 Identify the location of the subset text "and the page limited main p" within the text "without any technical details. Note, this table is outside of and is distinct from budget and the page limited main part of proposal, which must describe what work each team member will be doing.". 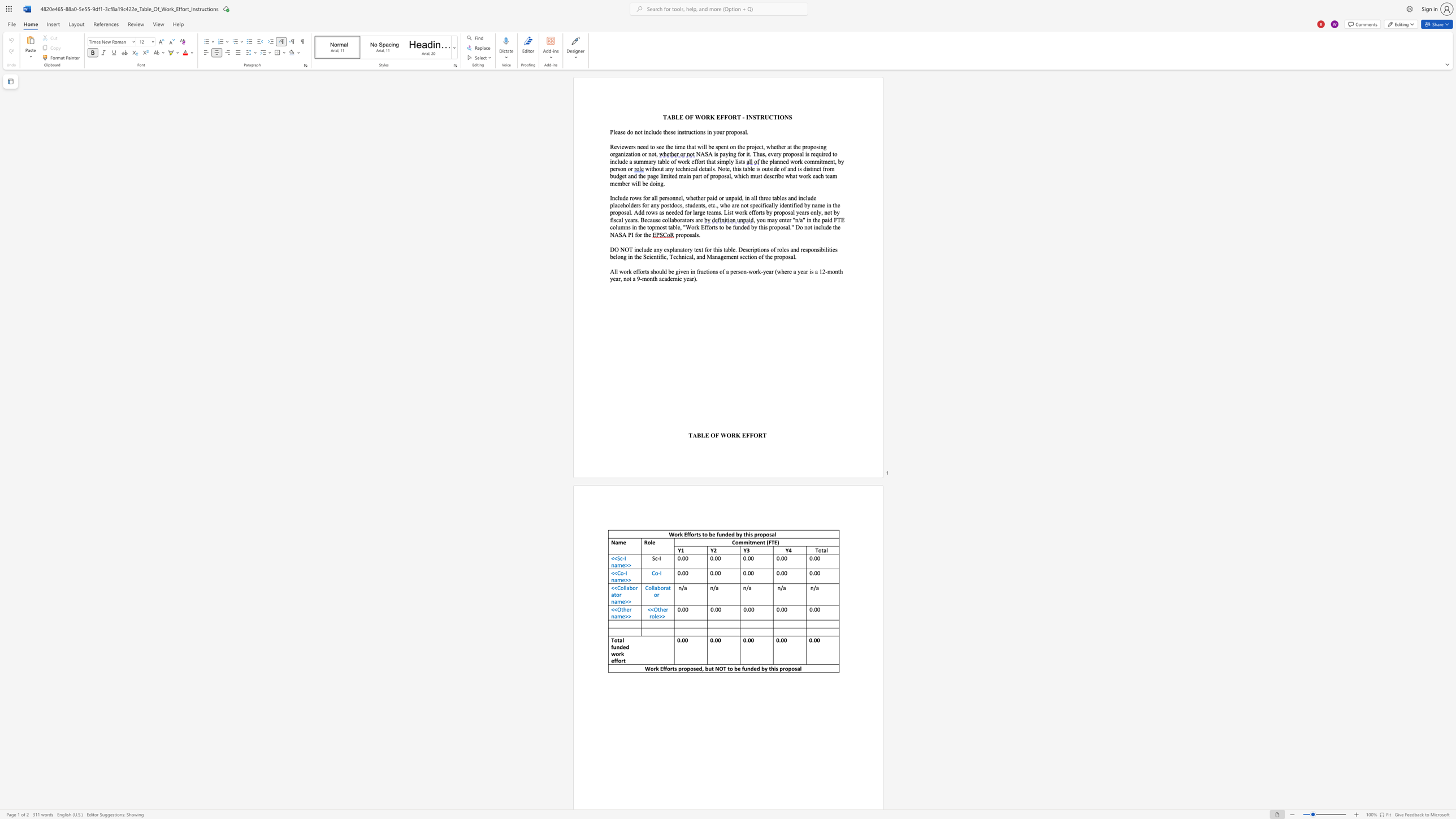
(628, 176).